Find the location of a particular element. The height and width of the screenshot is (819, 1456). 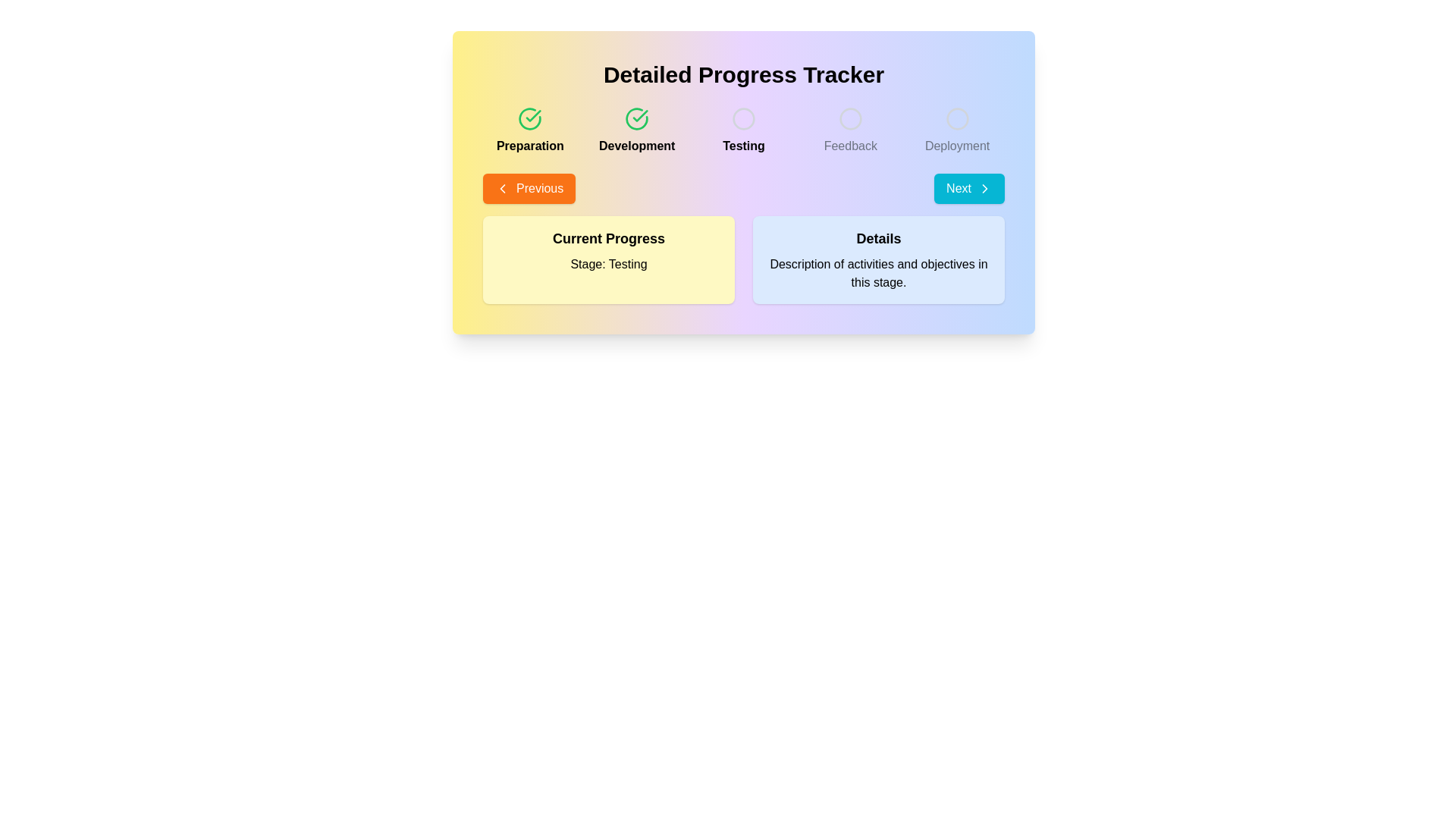

the second navigation button located at the bottom of the interface is located at coordinates (968, 188).